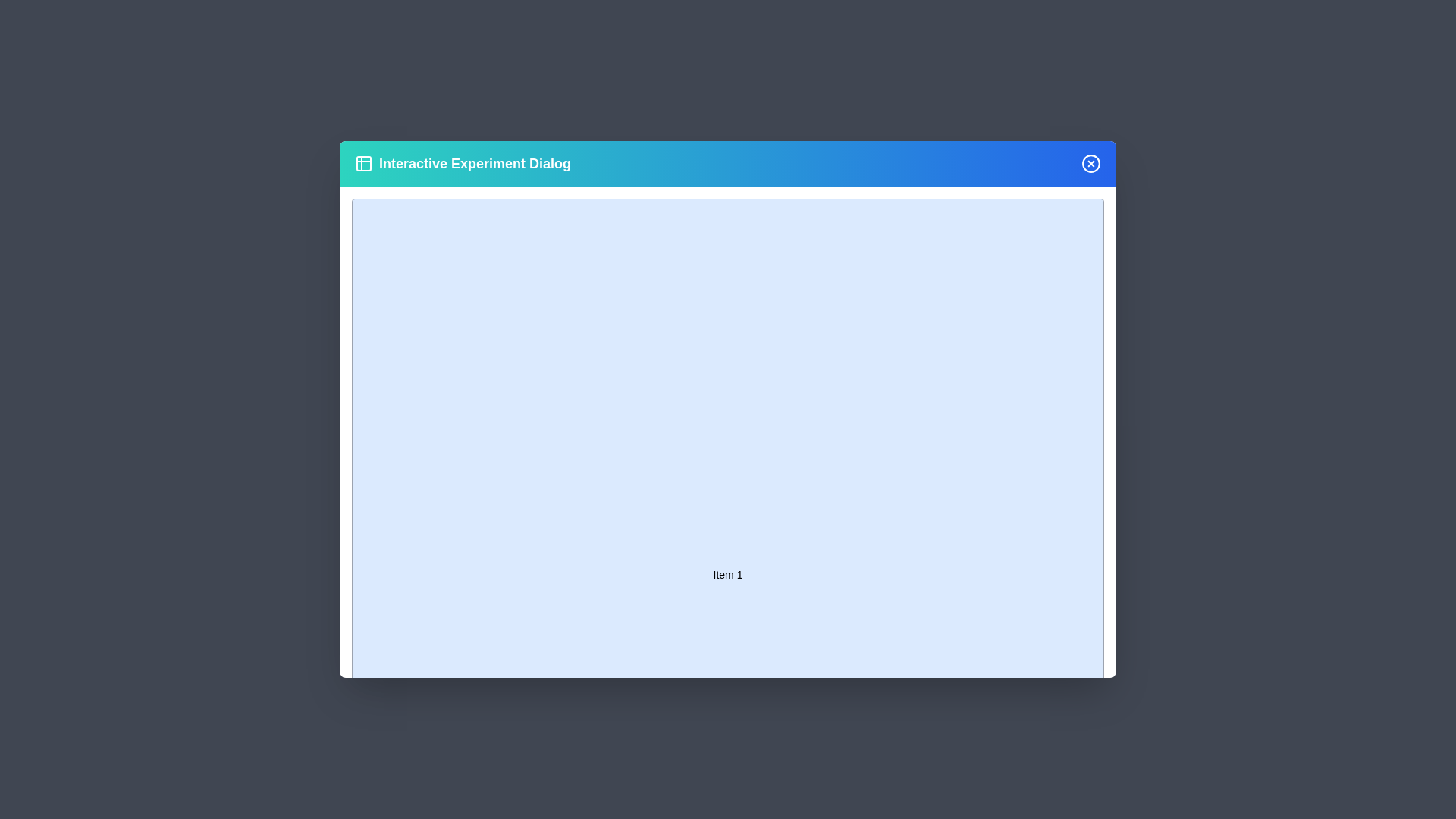 The height and width of the screenshot is (819, 1456). Describe the element at coordinates (728, 164) in the screenshot. I see `the header of the dialog to inspect its elements` at that location.